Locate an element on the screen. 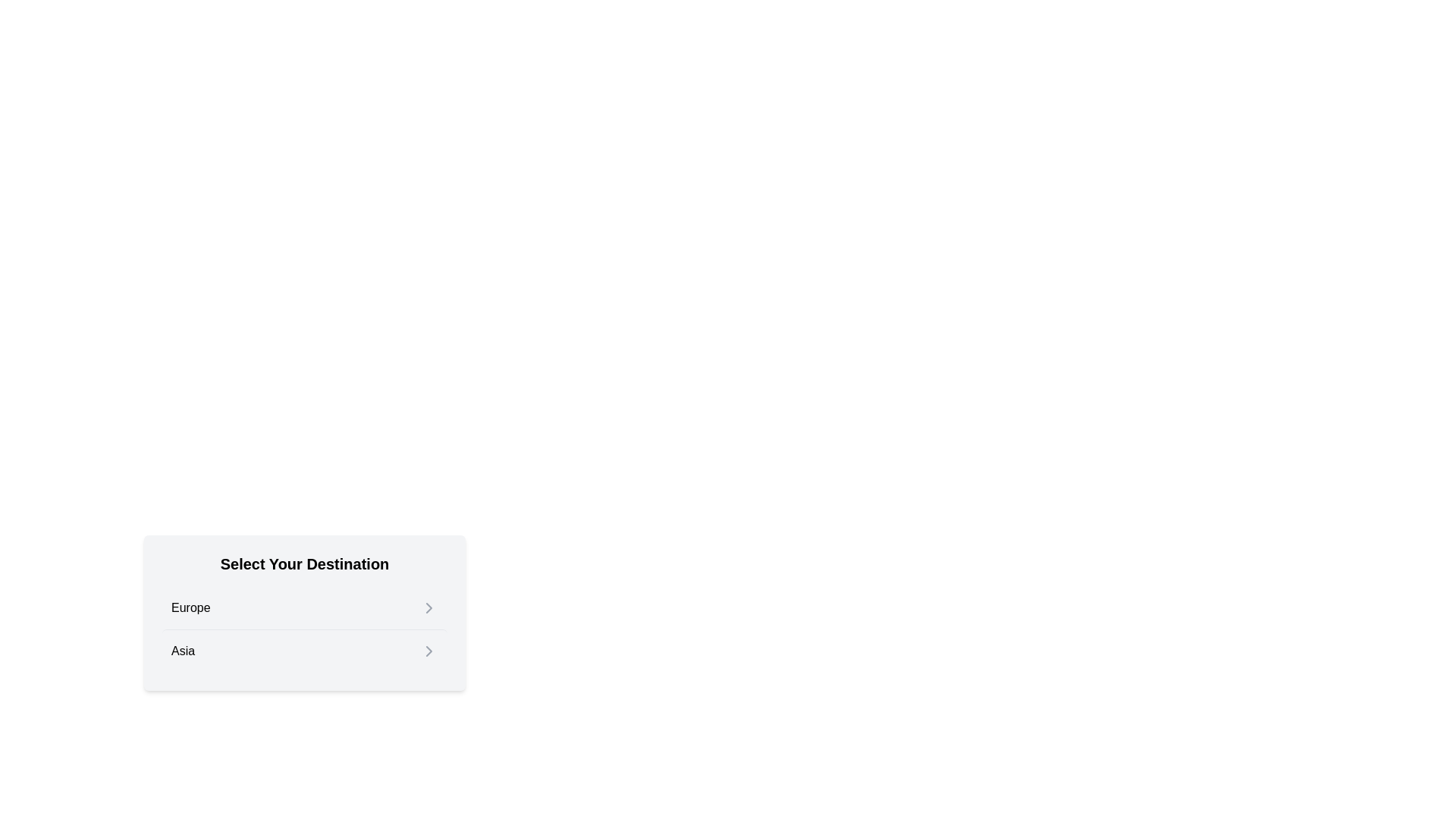 This screenshot has height=819, width=1456. the right-pointing triangular arrow icon located next to the text 'Europe' is located at coordinates (428, 607).